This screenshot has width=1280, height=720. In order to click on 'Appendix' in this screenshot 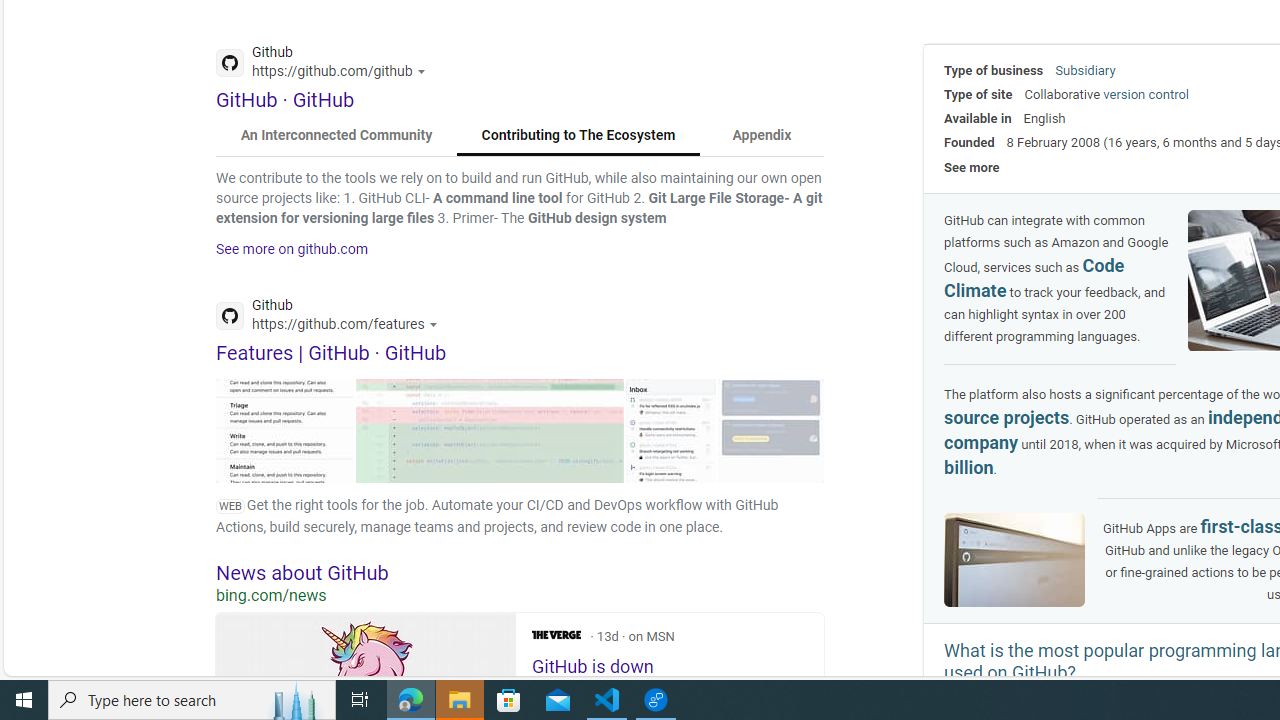, I will do `click(760, 135)`.